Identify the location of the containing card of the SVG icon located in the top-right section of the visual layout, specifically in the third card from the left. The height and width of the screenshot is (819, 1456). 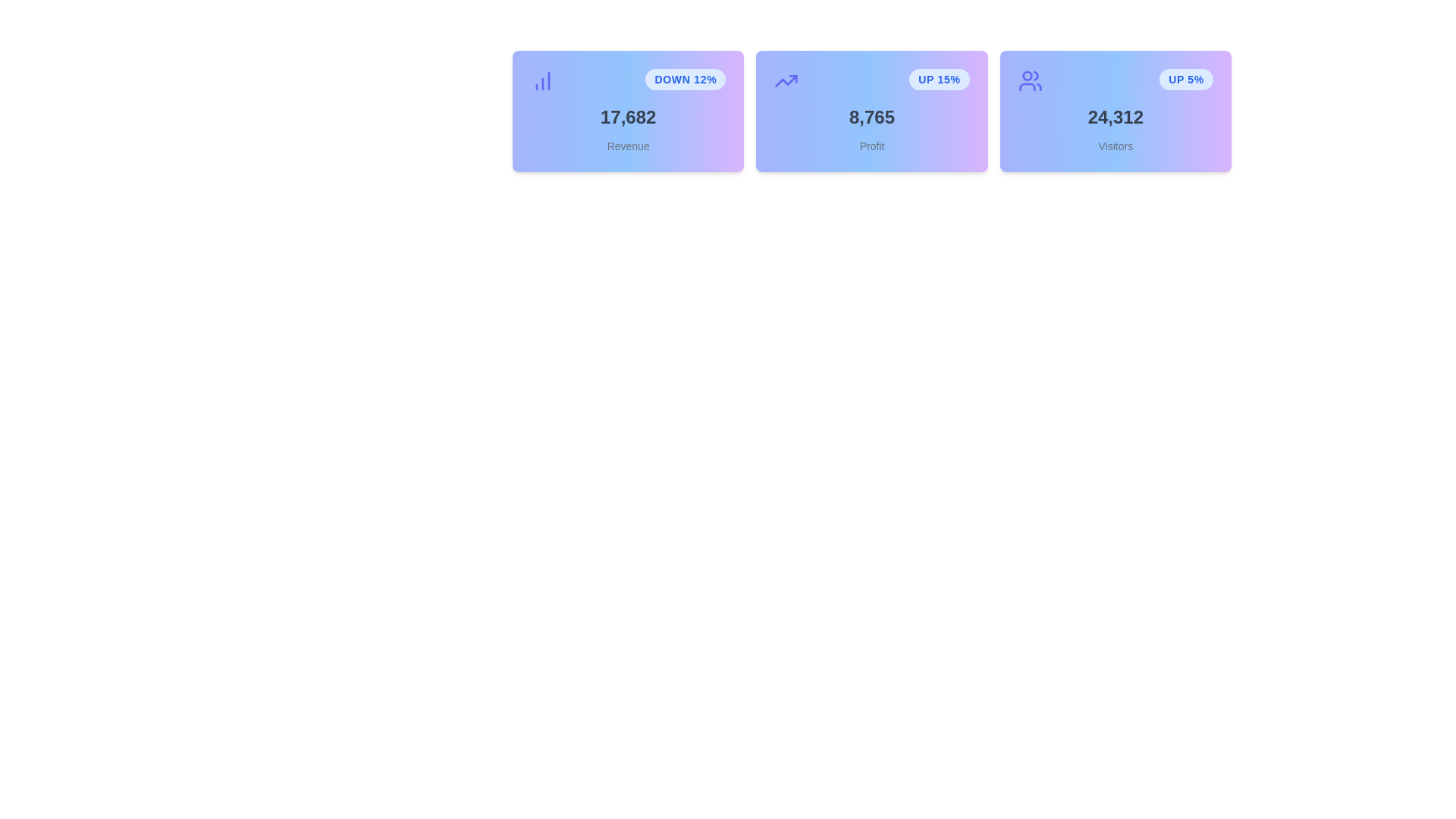
(1027, 87).